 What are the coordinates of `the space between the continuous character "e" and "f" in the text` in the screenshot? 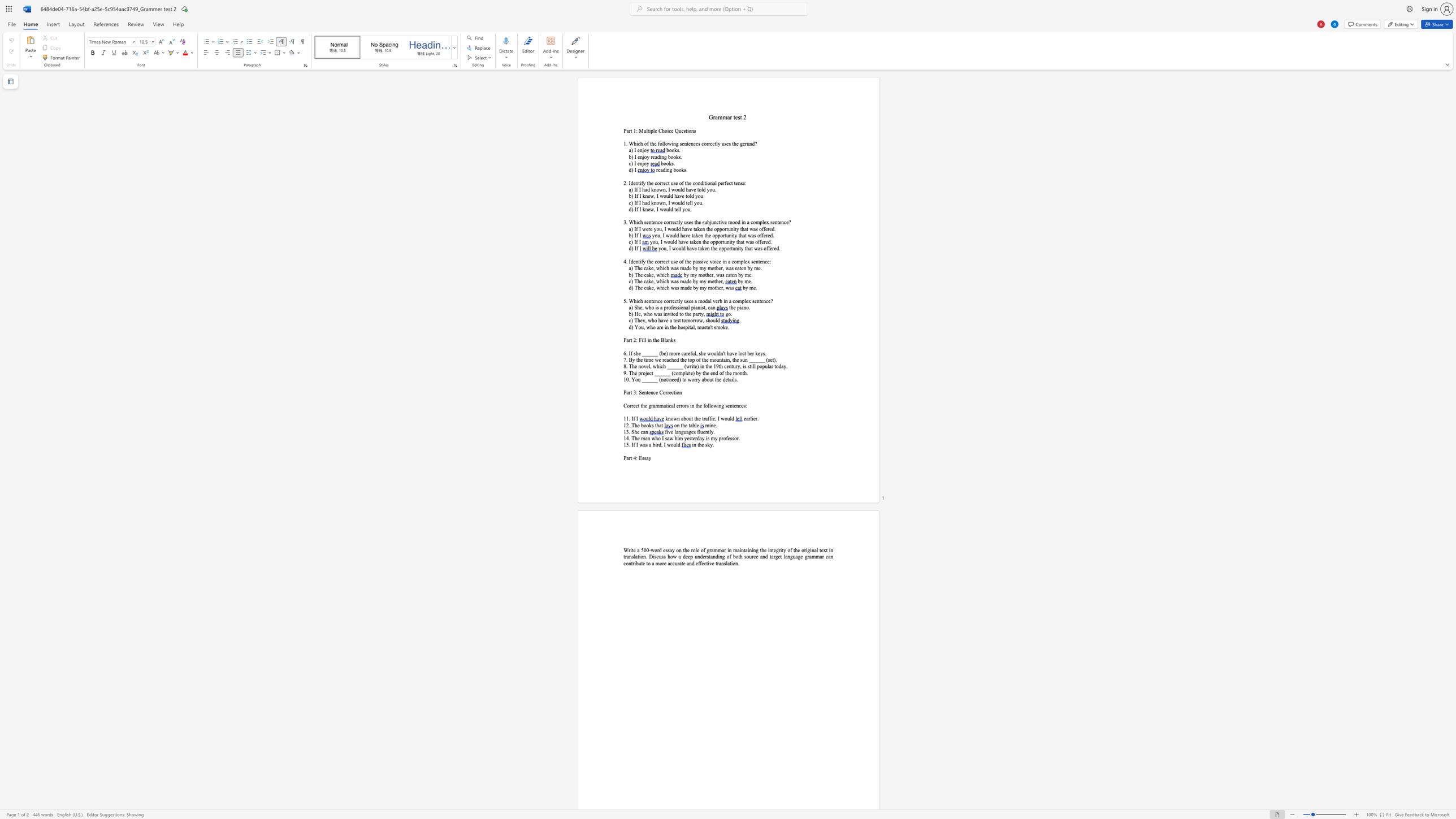 It's located at (690, 353).